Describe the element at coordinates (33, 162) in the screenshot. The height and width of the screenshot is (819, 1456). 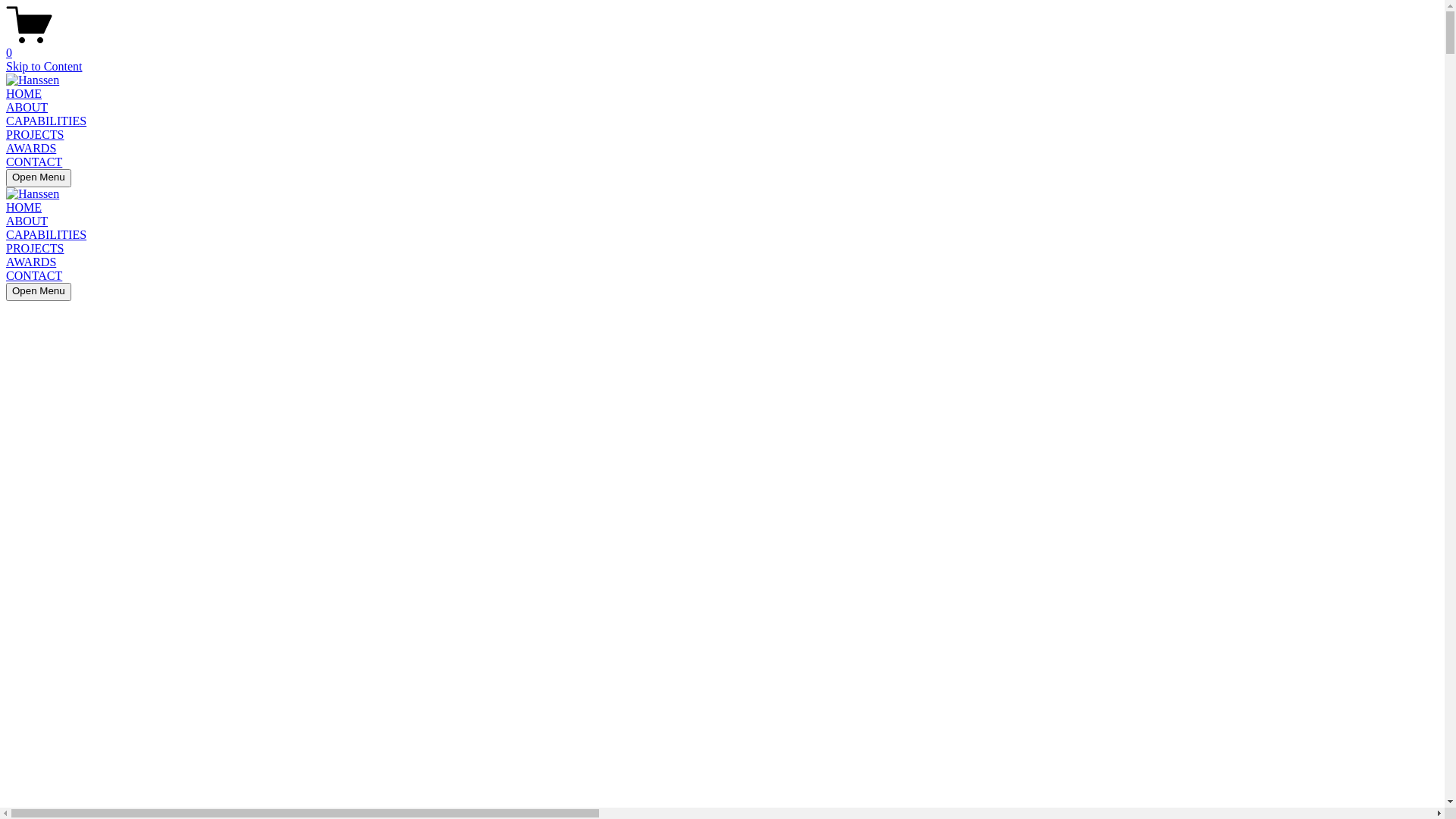
I see `'CONTACT'` at that location.